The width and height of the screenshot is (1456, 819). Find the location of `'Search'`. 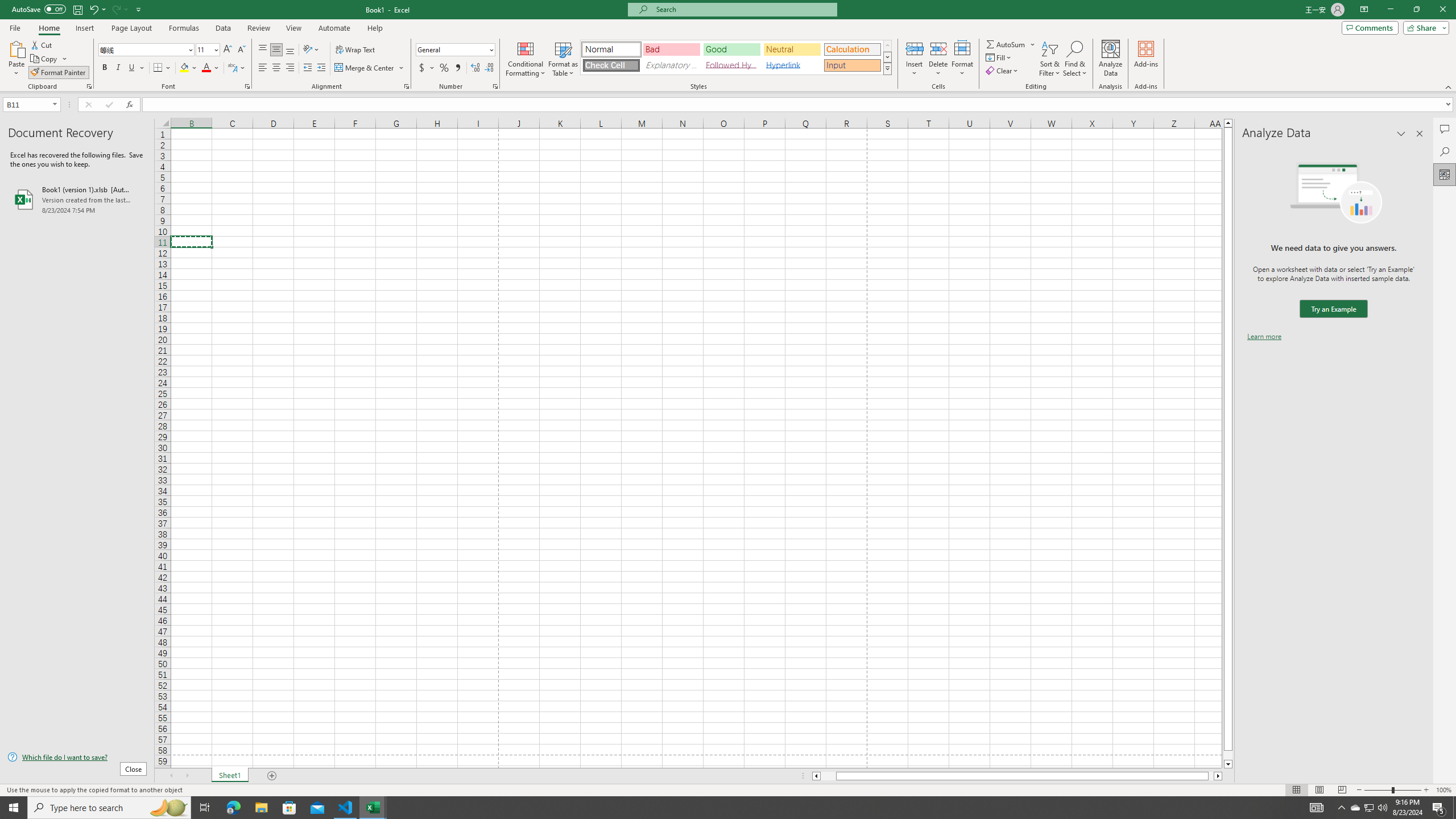

'Search' is located at coordinates (1444, 152).